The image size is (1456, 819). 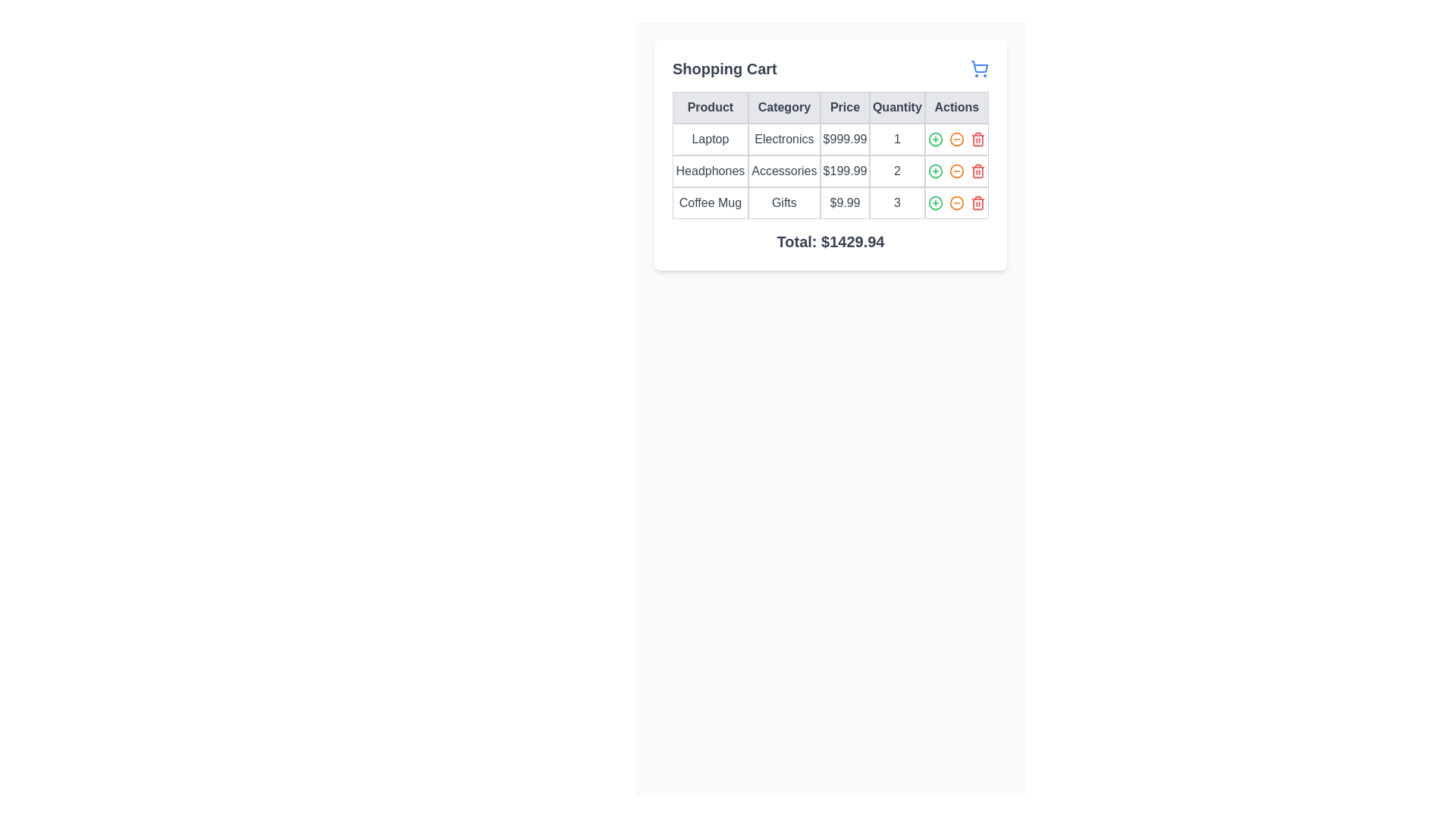 What do you see at coordinates (955, 140) in the screenshot?
I see `the circular part of the minus sign icon in the 'Actions' column corresponding to the 'Coffee Mug' product to decrement its quantity in the shopping cart` at bounding box center [955, 140].